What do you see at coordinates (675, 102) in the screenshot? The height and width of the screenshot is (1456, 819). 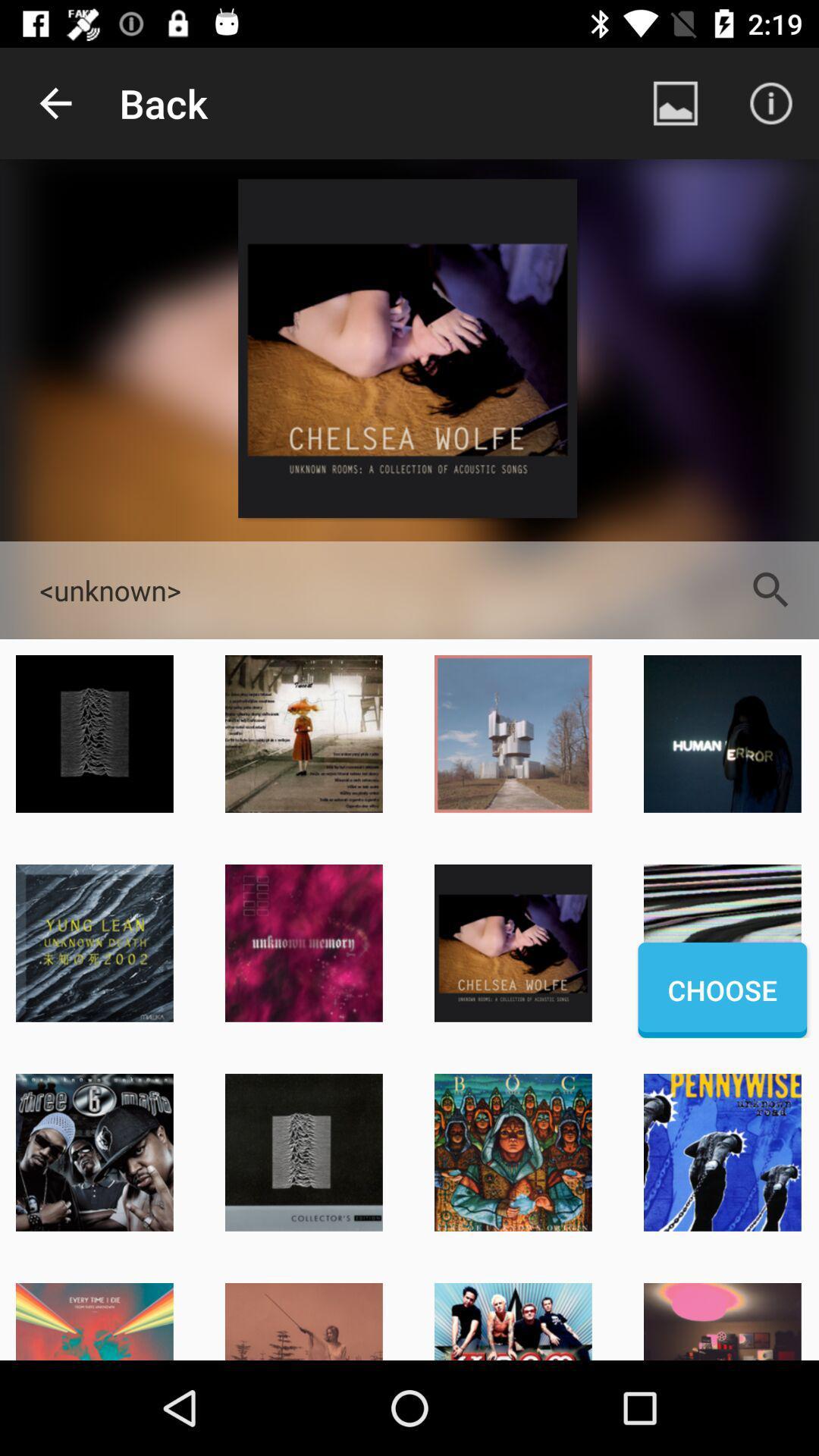 I see `app to the right of back icon` at bounding box center [675, 102].